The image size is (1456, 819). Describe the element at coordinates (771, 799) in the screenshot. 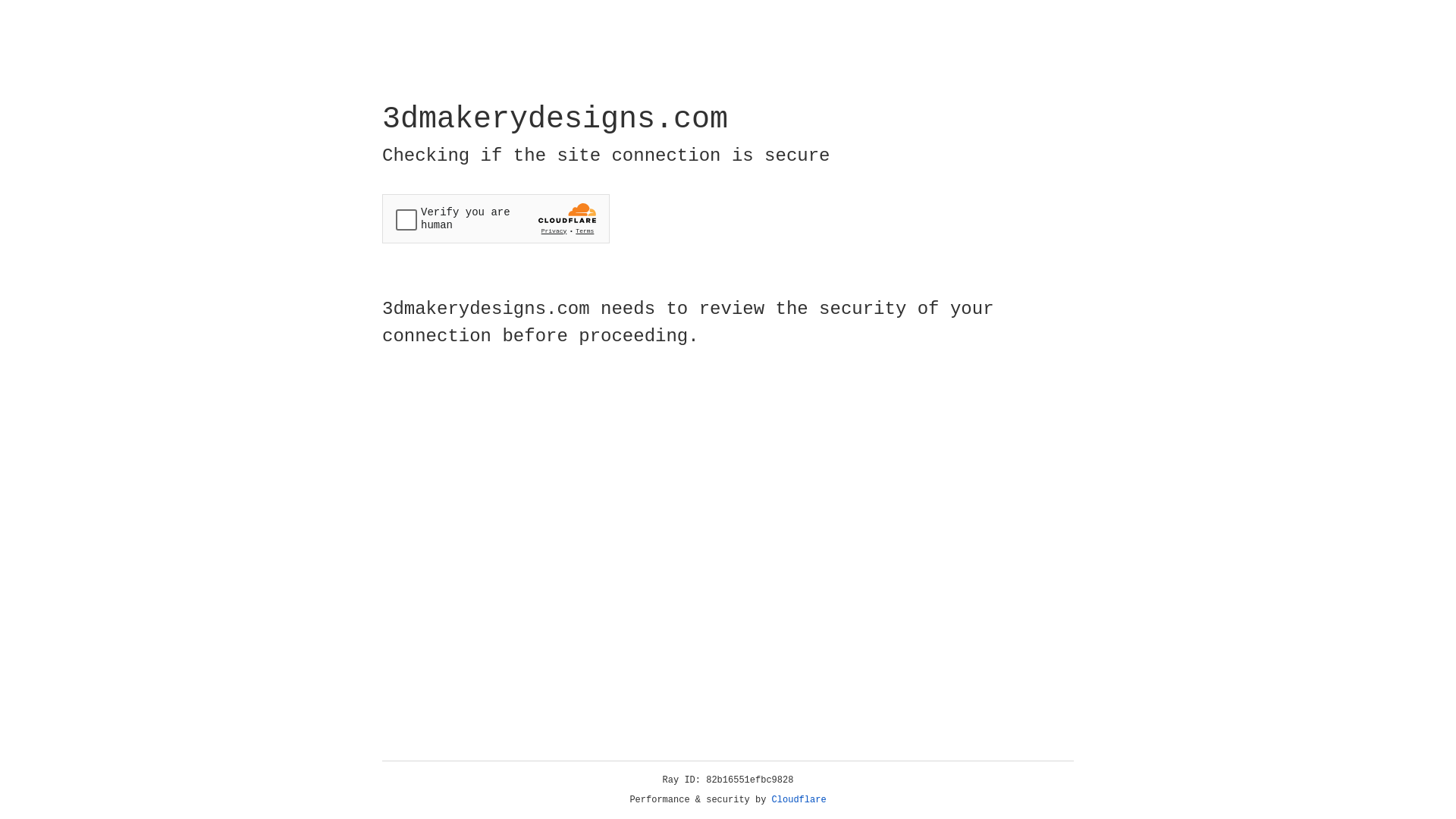

I see `'Cloudflare'` at that location.